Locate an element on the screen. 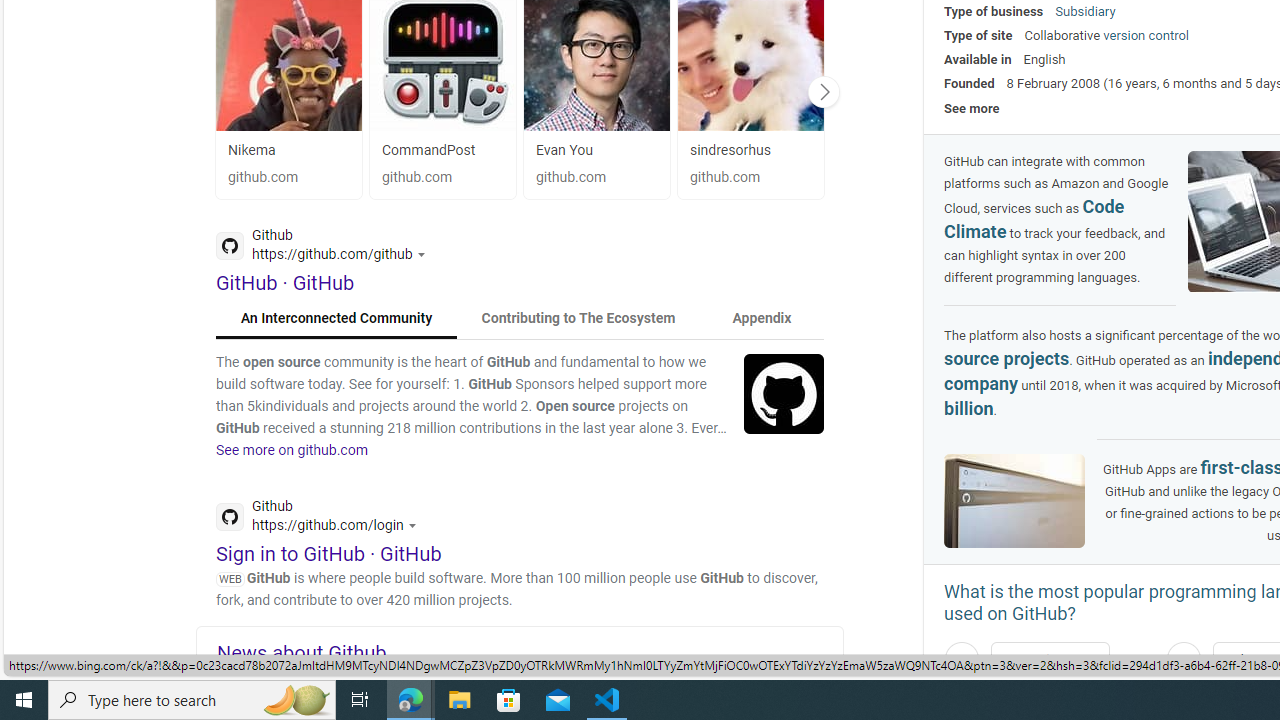 Image resolution: width=1280 pixels, height=720 pixels. 'Appendix' is located at coordinates (760, 317).